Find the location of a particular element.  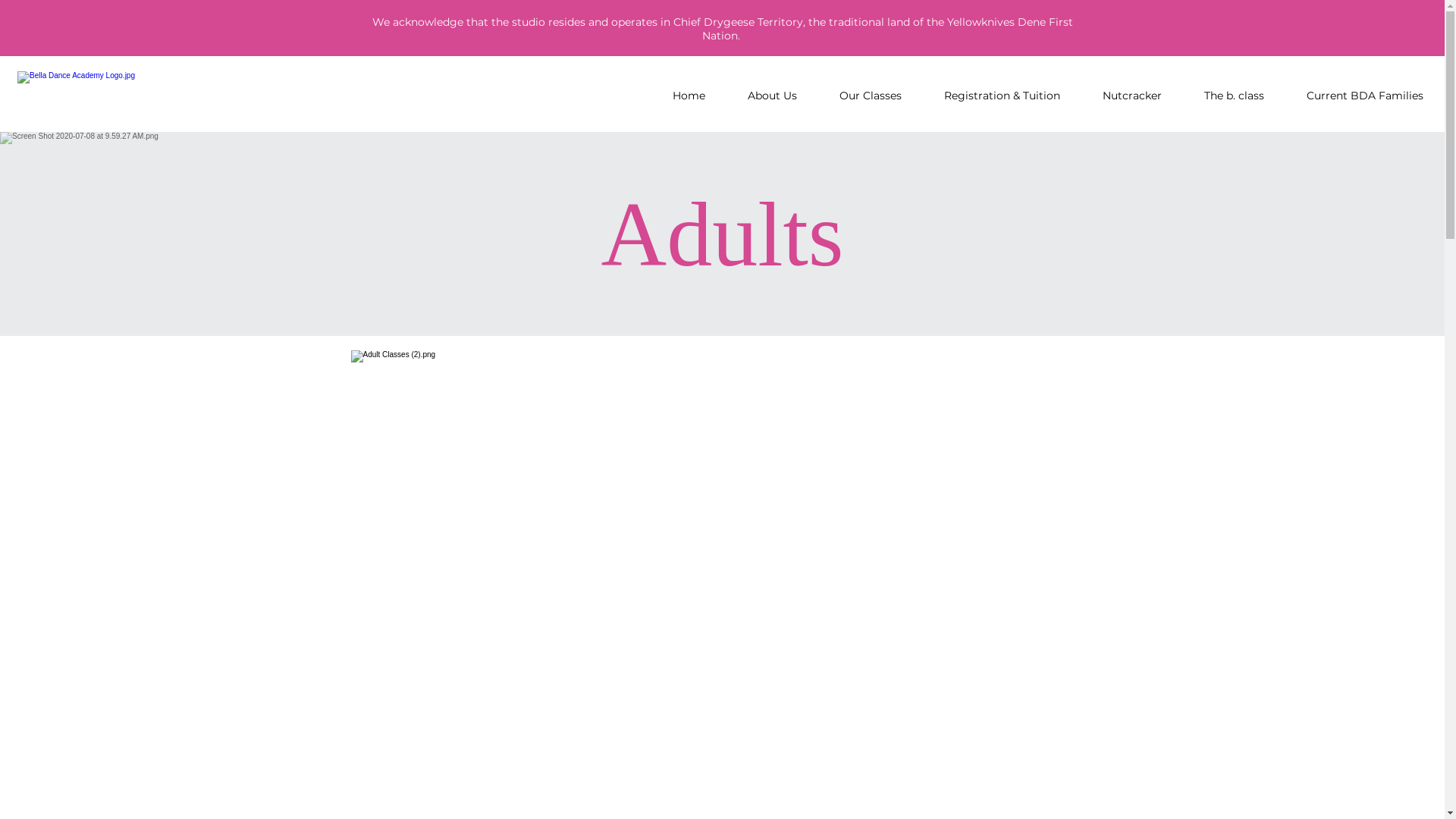

'Current BDA Families' is located at coordinates (1364, 96).